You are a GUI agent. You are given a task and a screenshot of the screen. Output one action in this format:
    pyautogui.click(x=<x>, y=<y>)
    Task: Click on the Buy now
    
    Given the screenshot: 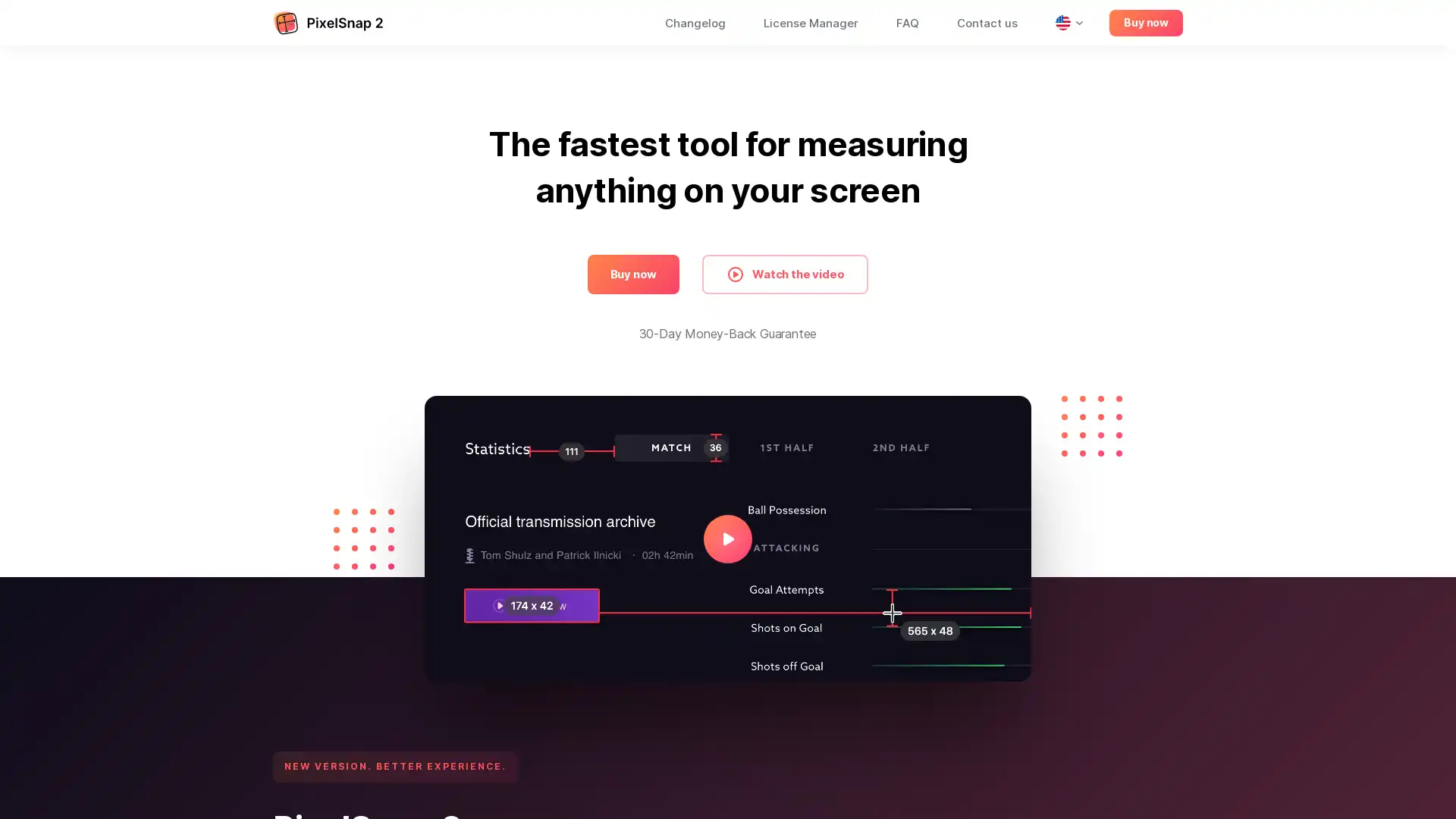 What is the action you would take?
    pyautogui.click(x=633, y=275)
    